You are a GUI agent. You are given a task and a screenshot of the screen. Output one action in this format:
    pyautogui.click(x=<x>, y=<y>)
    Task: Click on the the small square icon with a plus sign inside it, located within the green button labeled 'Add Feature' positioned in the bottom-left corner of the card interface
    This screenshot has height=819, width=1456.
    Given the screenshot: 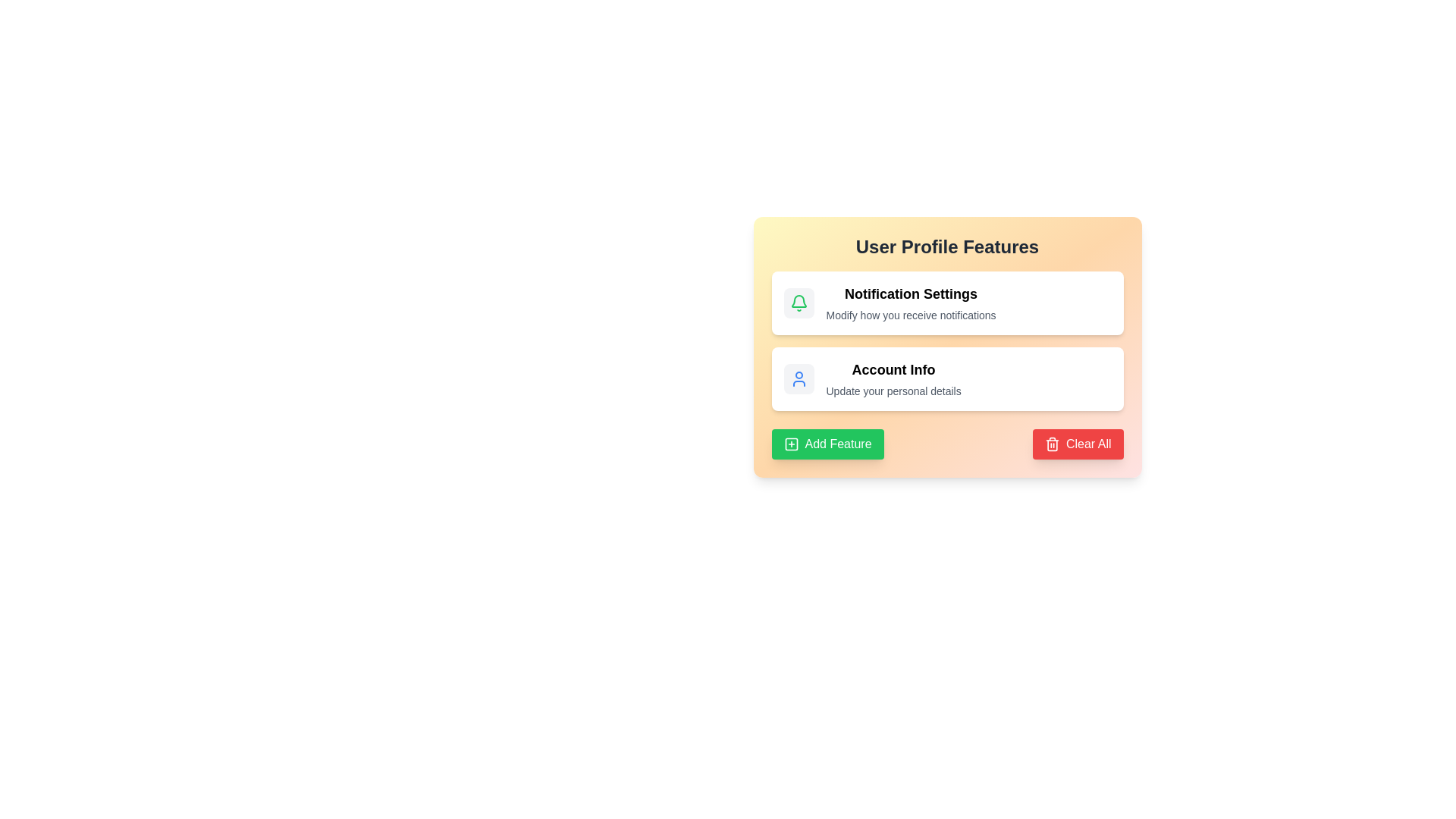 What is the action you would take?
    pyautogui.click(x=790, y=444)
    